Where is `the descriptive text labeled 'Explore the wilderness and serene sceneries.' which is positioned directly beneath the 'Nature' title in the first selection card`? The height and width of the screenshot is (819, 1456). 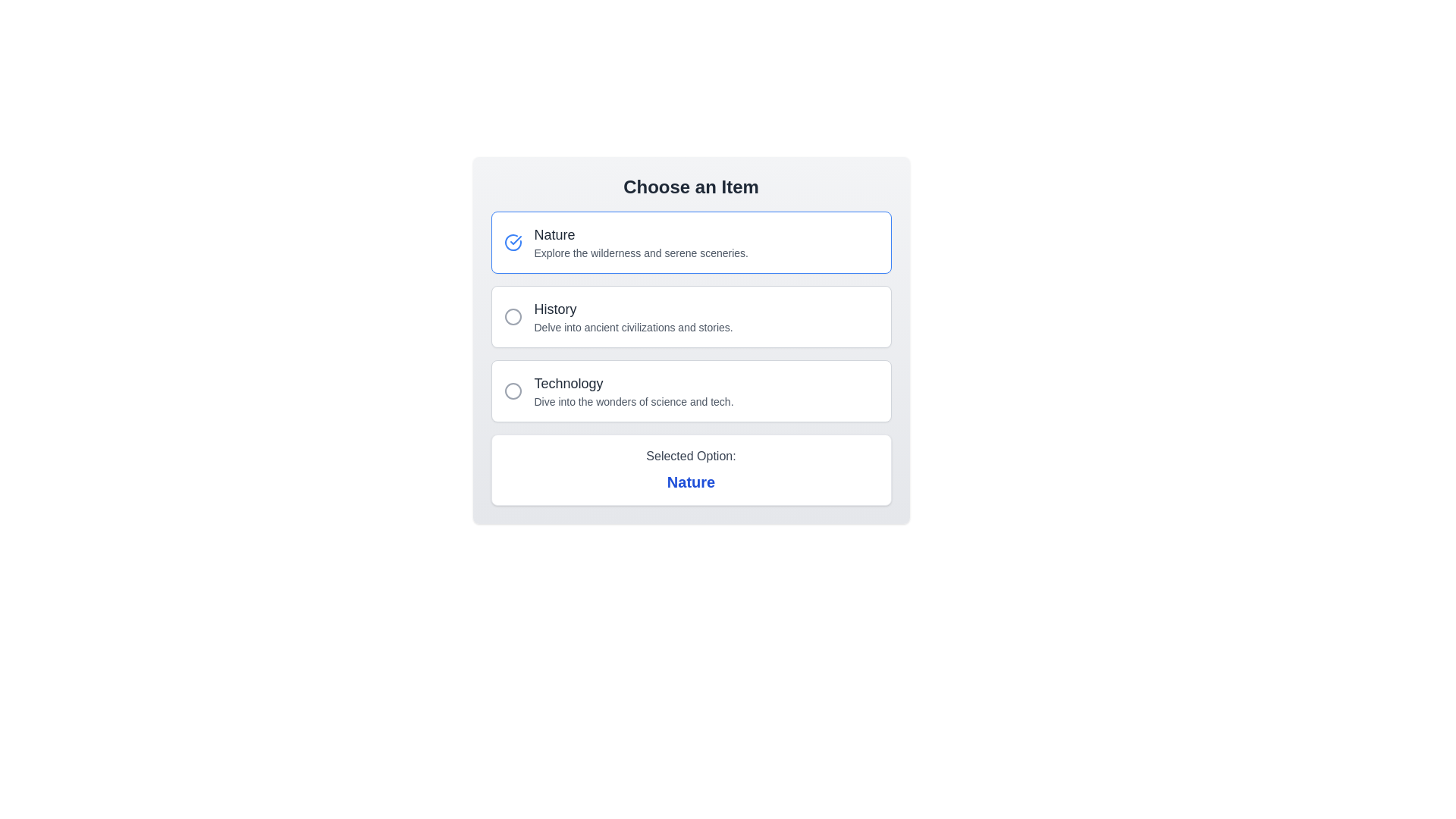
the descriptive text labeled 'Explore the wilderness and serene sceneries.' which is positioned directly beneath the 'Nature' title in the first selection card is located at coordinates (641, 253).